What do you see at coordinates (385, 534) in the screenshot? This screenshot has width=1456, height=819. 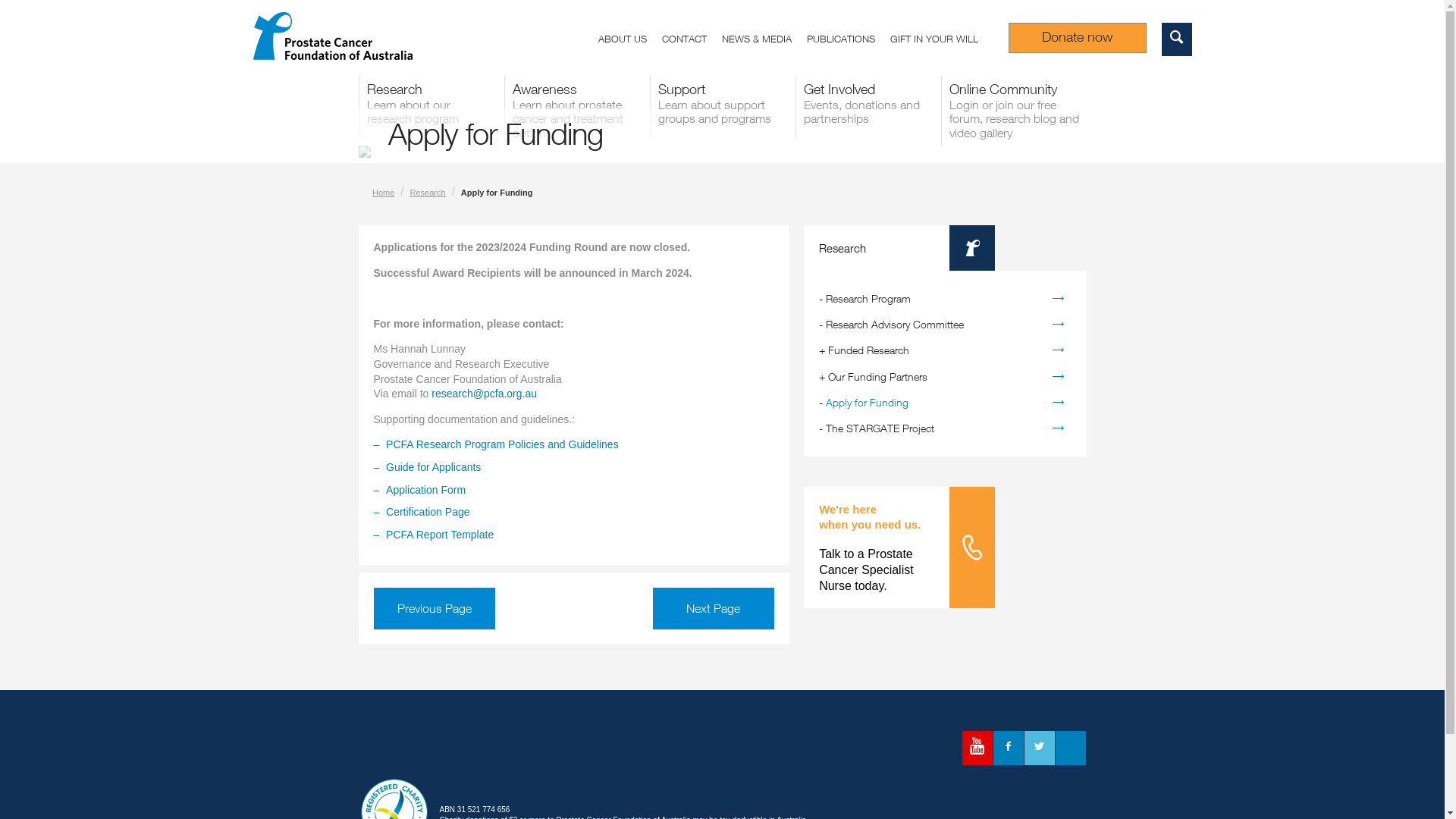 I see `'PCFA Report Template'` at bounding box center [385, 534].